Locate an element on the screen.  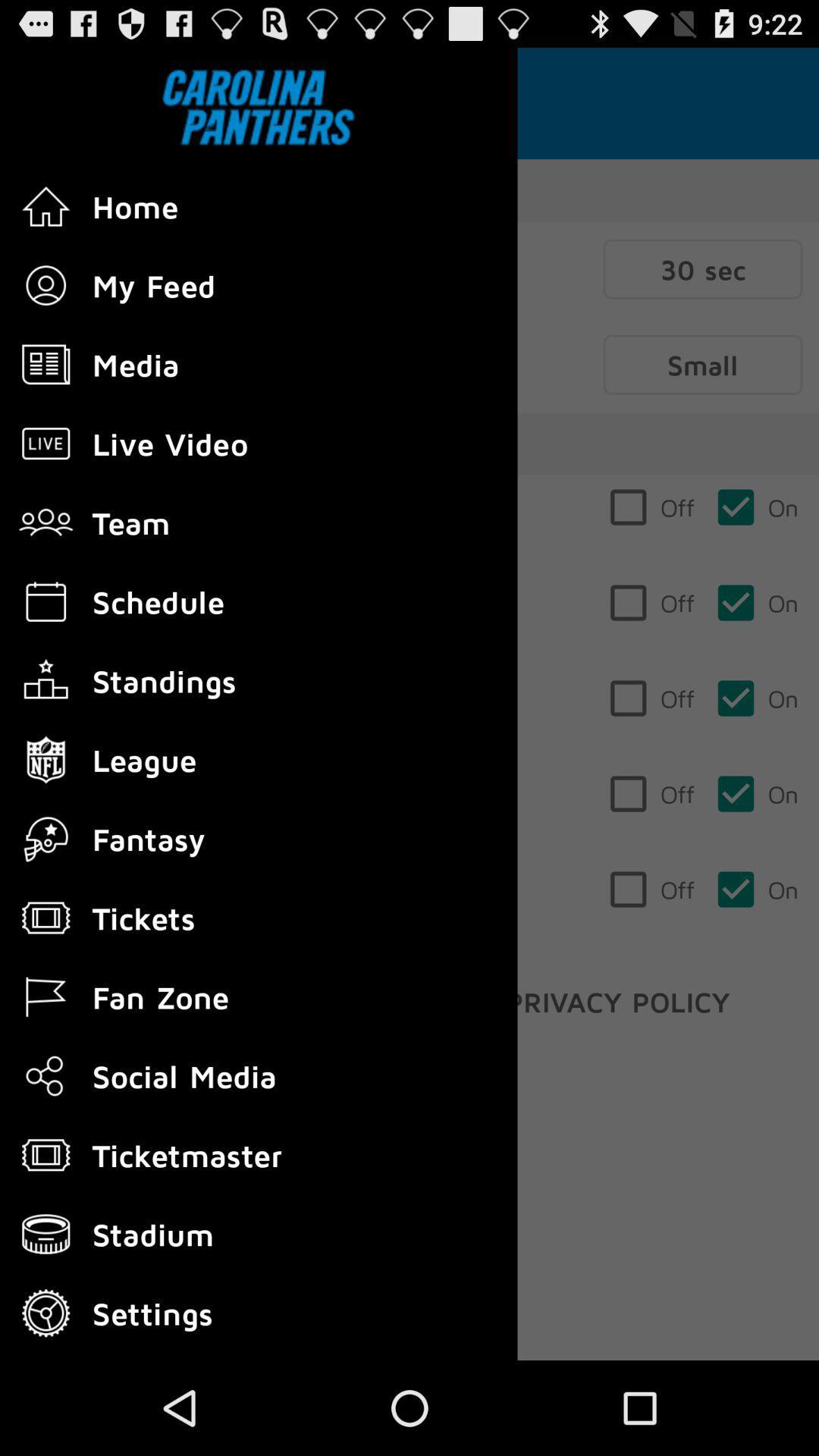
the second on from the top is located at coordinates (757, 602).